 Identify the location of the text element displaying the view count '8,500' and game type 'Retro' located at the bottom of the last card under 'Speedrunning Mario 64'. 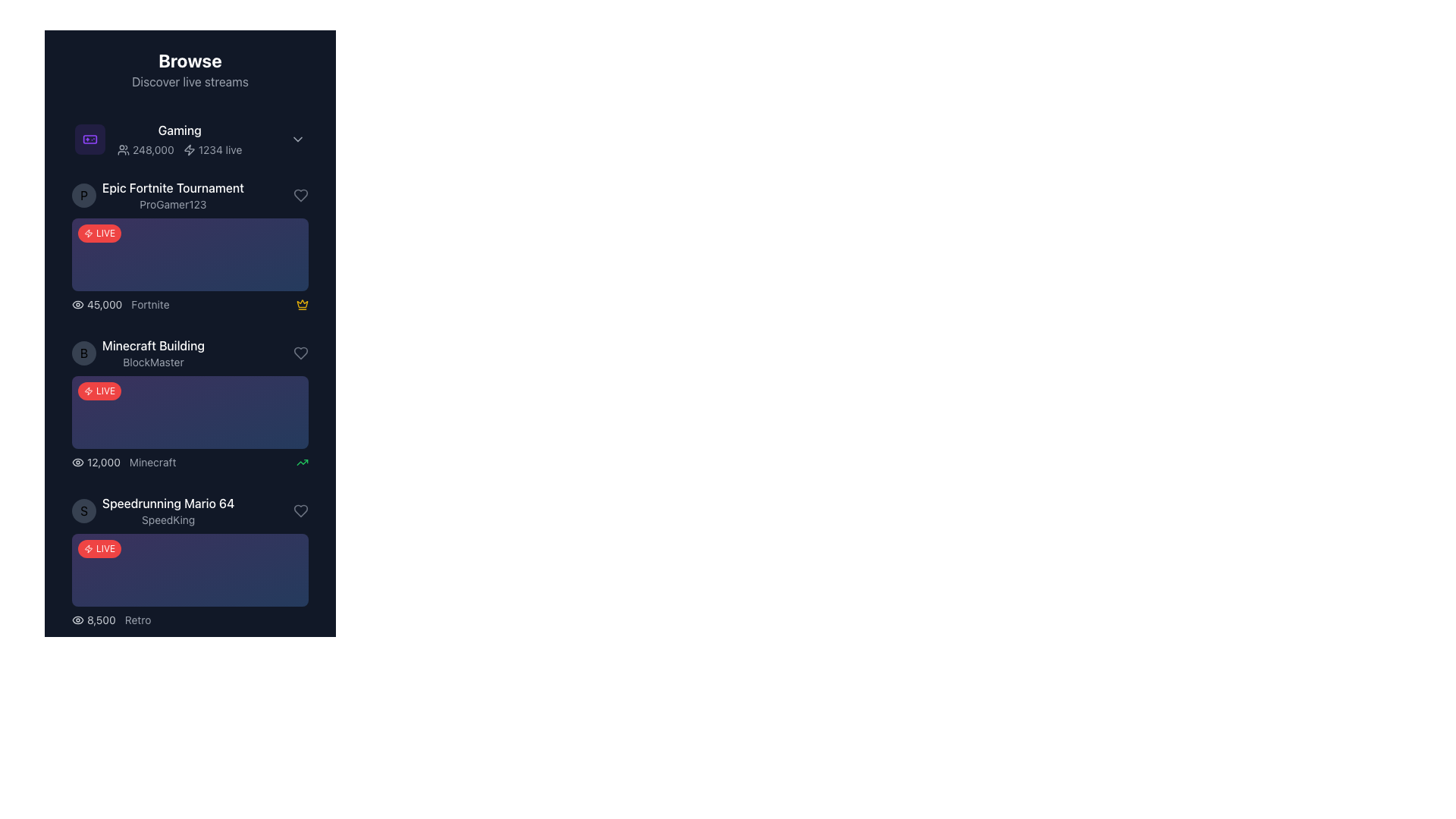
(111, 620).